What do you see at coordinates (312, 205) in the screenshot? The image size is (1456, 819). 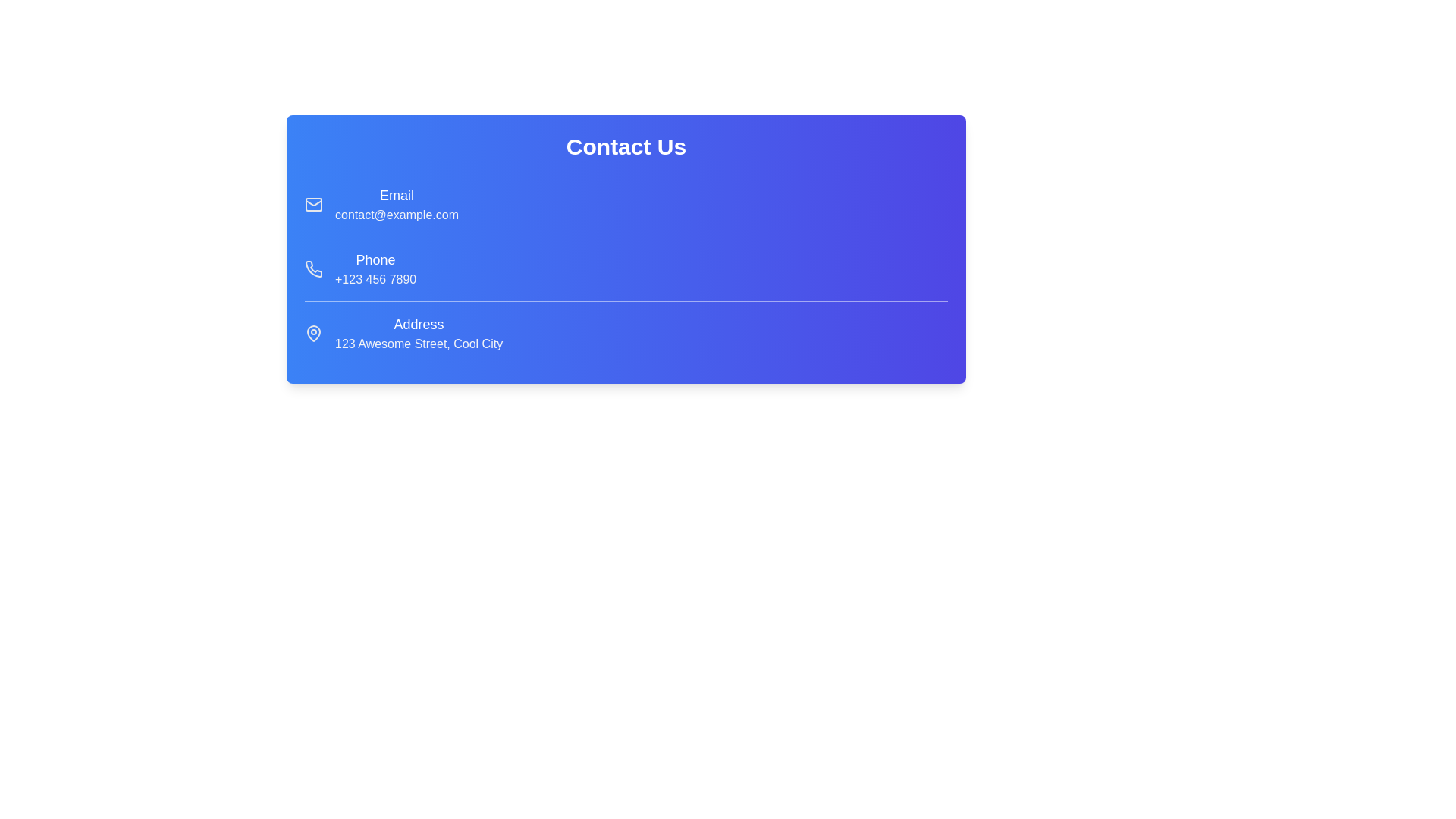 I see `the email contact icon, which visually represents the email address and is located to the far left in the 'Email' contact row` at bounding box center [312, 205].